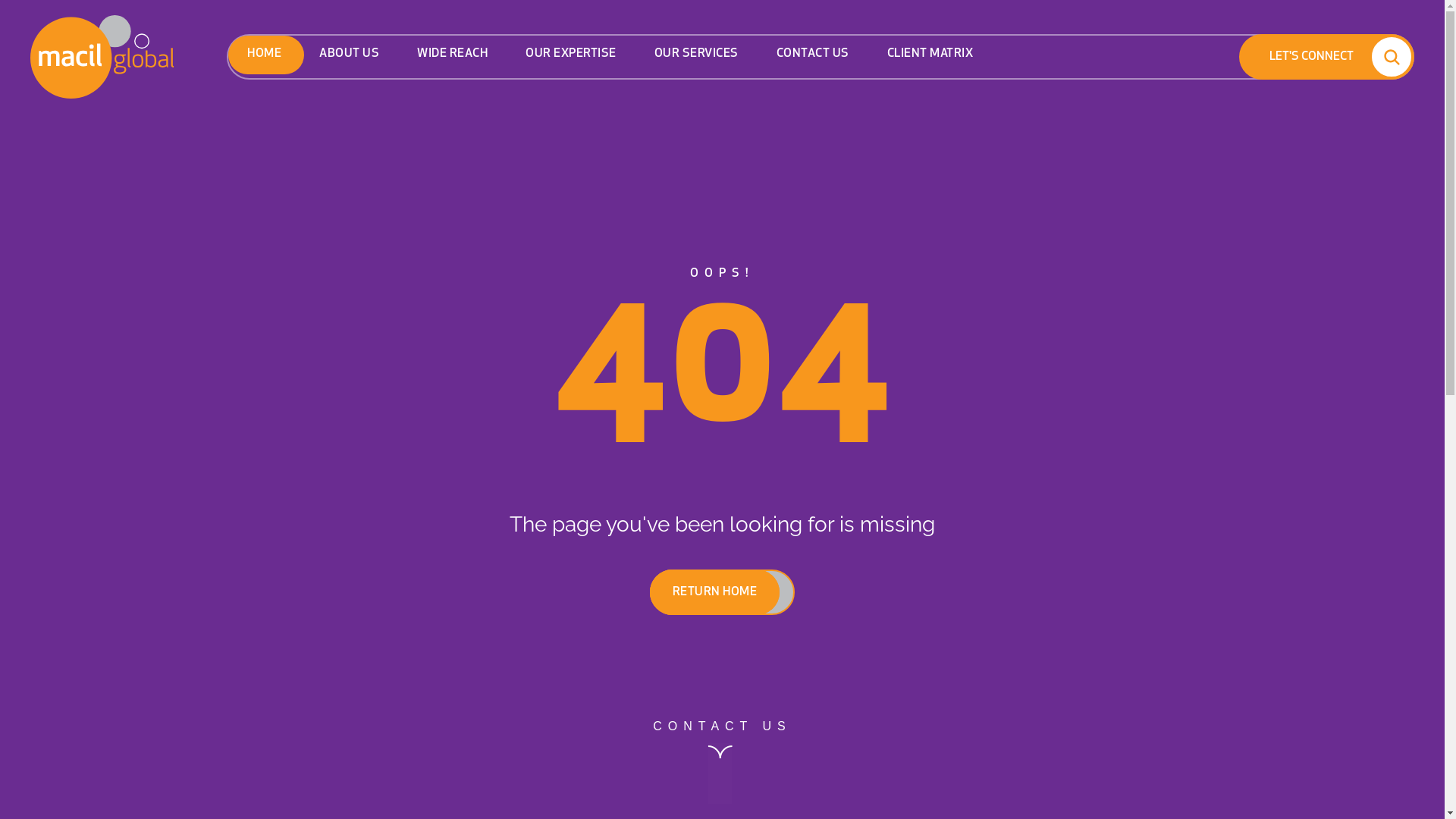 The height and width of the screenshot is (819, 1456). I want to click on 'RETURN HOME', so click(714, 591).